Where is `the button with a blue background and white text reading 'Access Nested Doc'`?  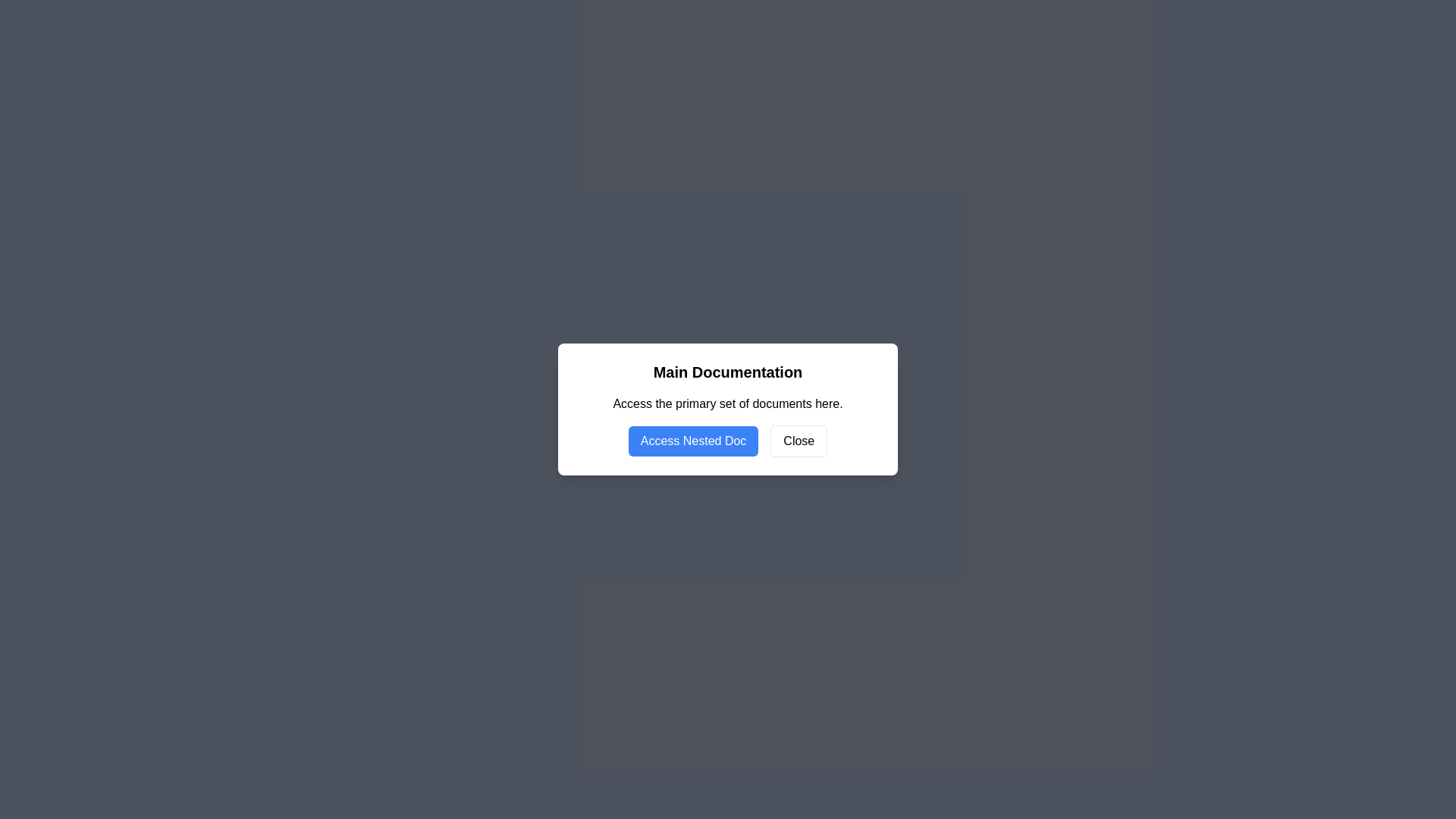
the button with a blue background and white text reading 'Access Nested Doc' is located at coordinates (692, 441).